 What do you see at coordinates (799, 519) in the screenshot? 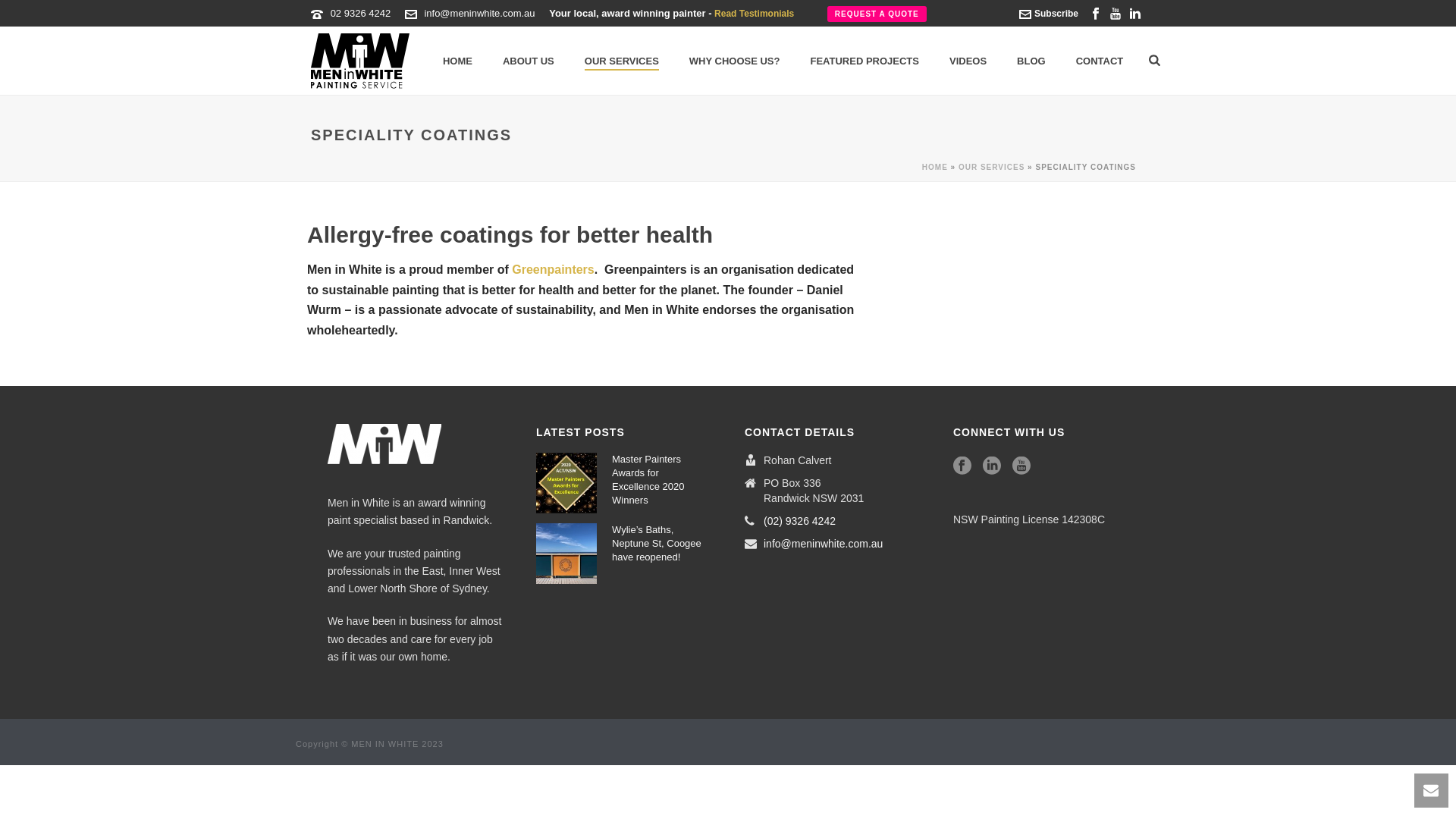
I see `'(02) 9326 4242'` at bounding box center [799, 519].